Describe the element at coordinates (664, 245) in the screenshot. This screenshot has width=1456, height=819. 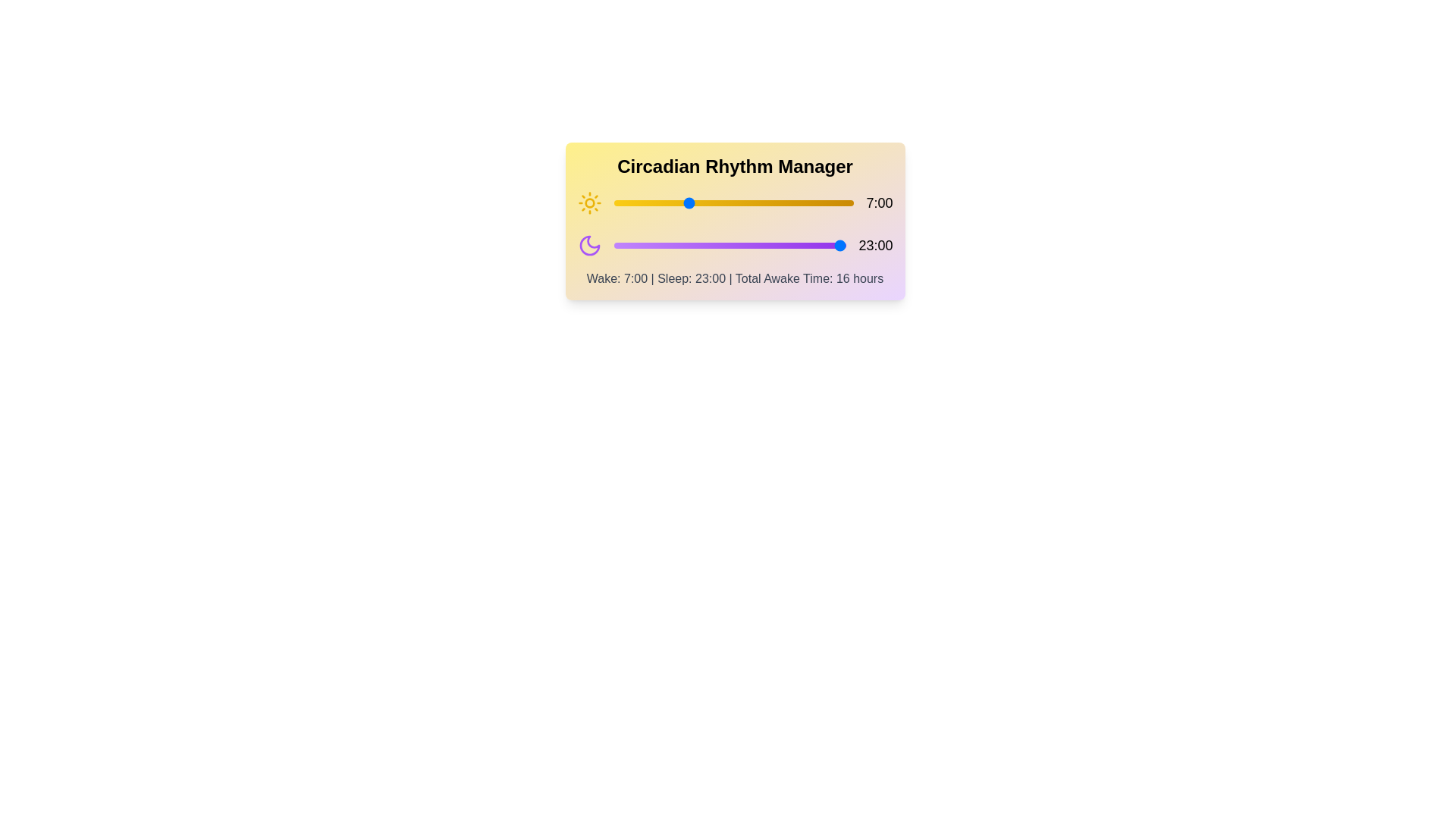
I see `the sleep hour slider to 5` at that location.